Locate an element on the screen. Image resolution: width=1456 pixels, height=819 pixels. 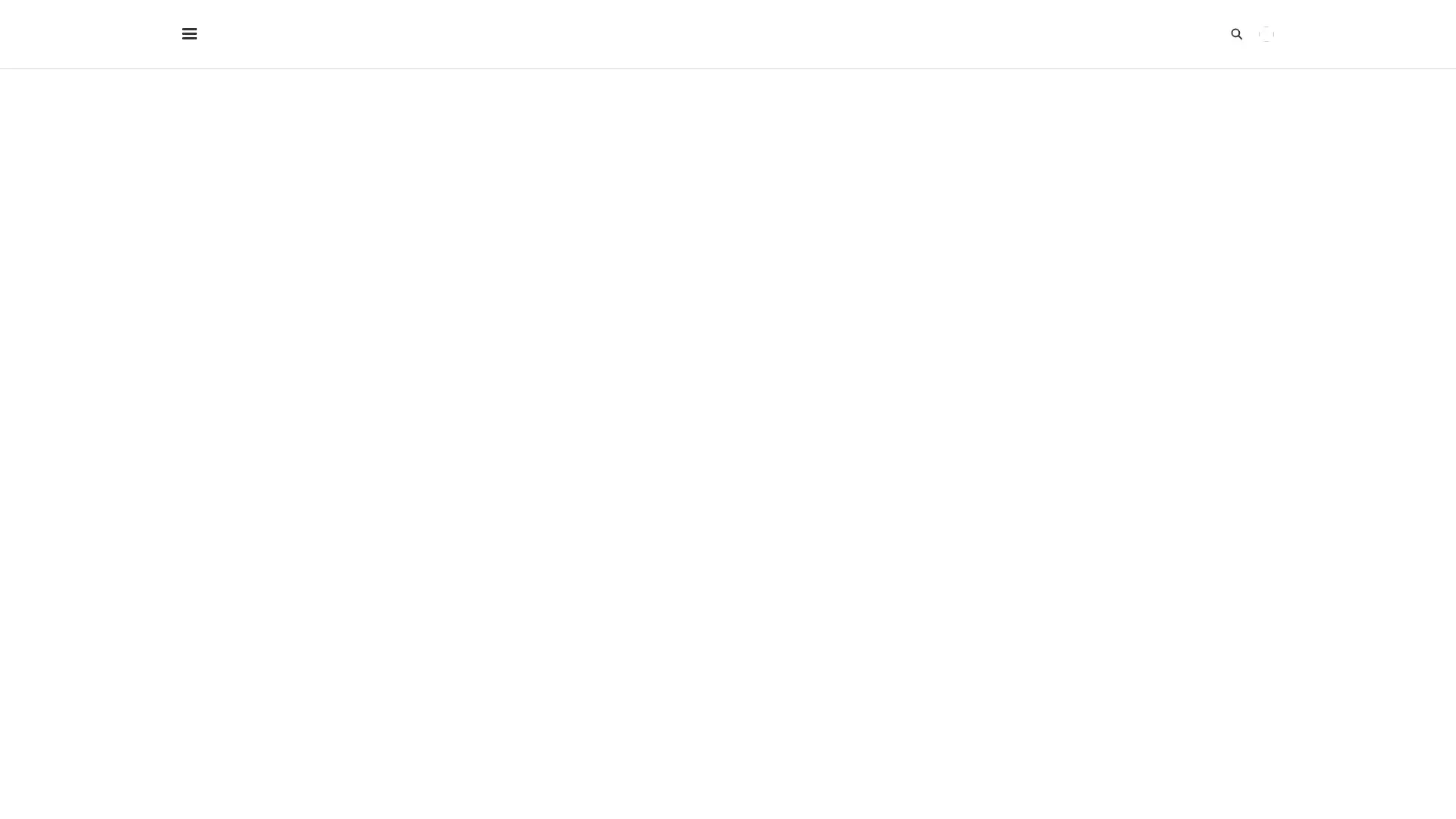
Expand search is located at coordinates (1200, 34).